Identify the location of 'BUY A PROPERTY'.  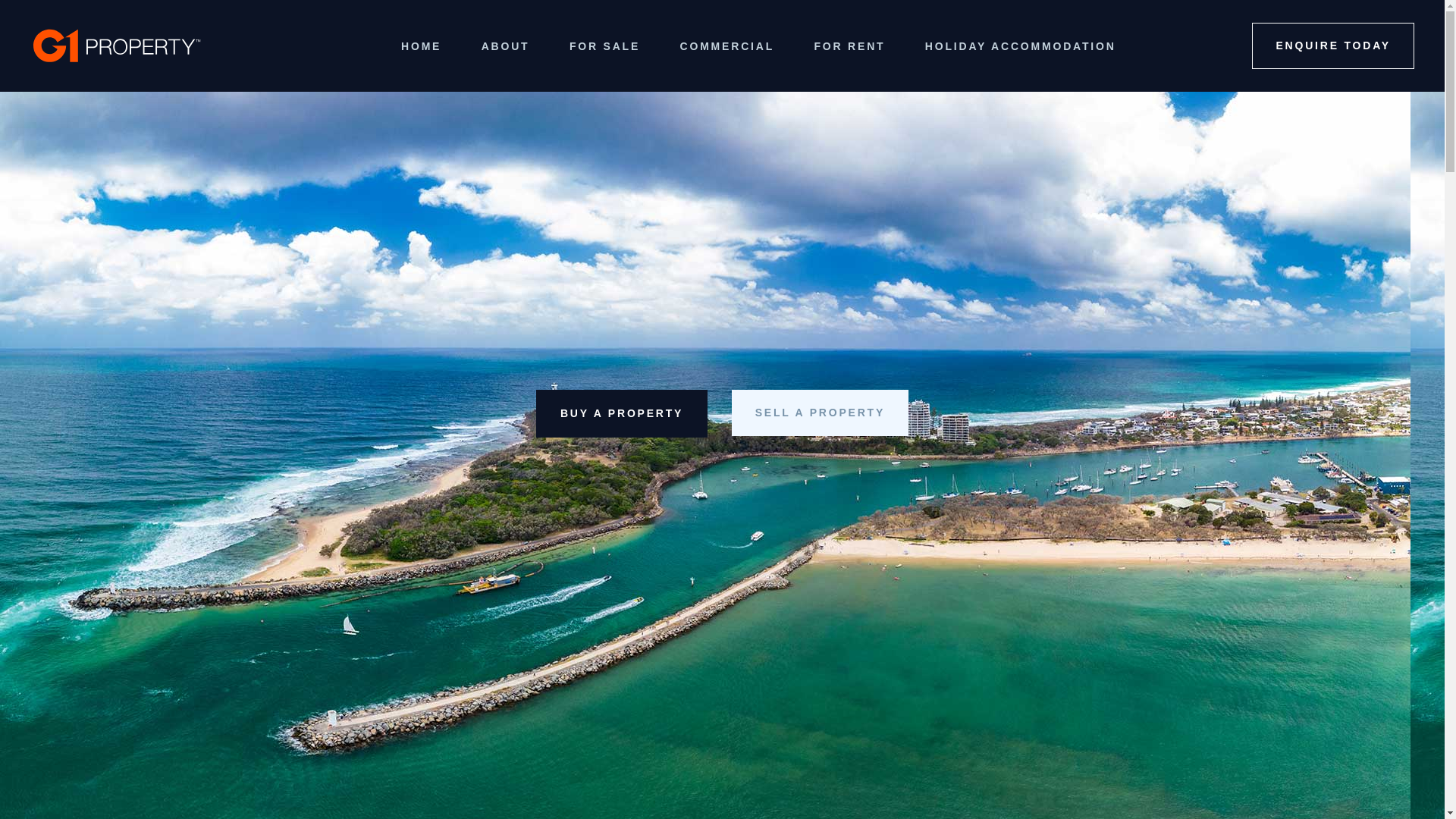
(535, 413).